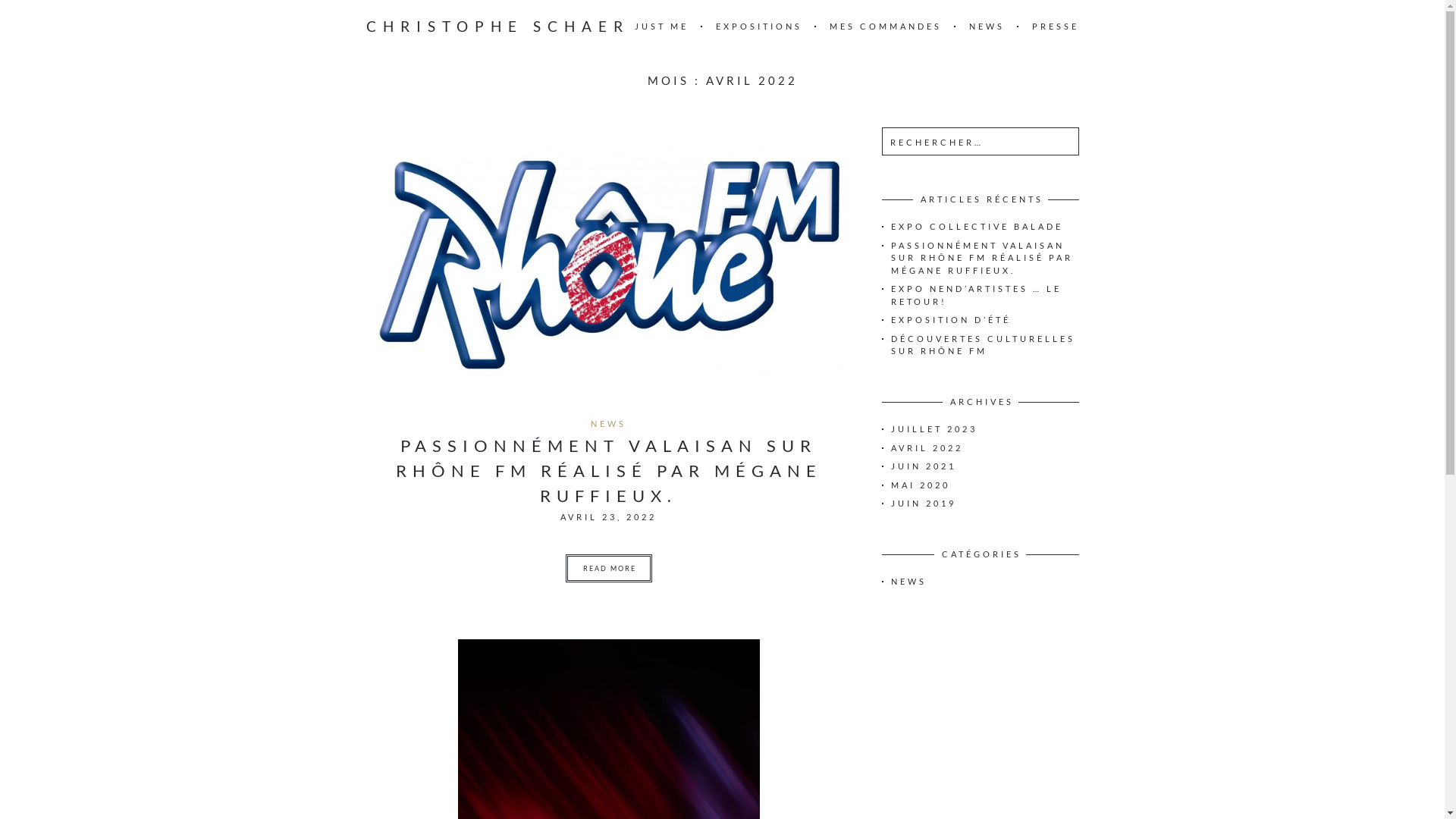 The width and height of the screenshot is (1456, 819). Describe the element at coordinates (885, 26) in the screenshot. I see `'MES COMMANDES'` at that location.